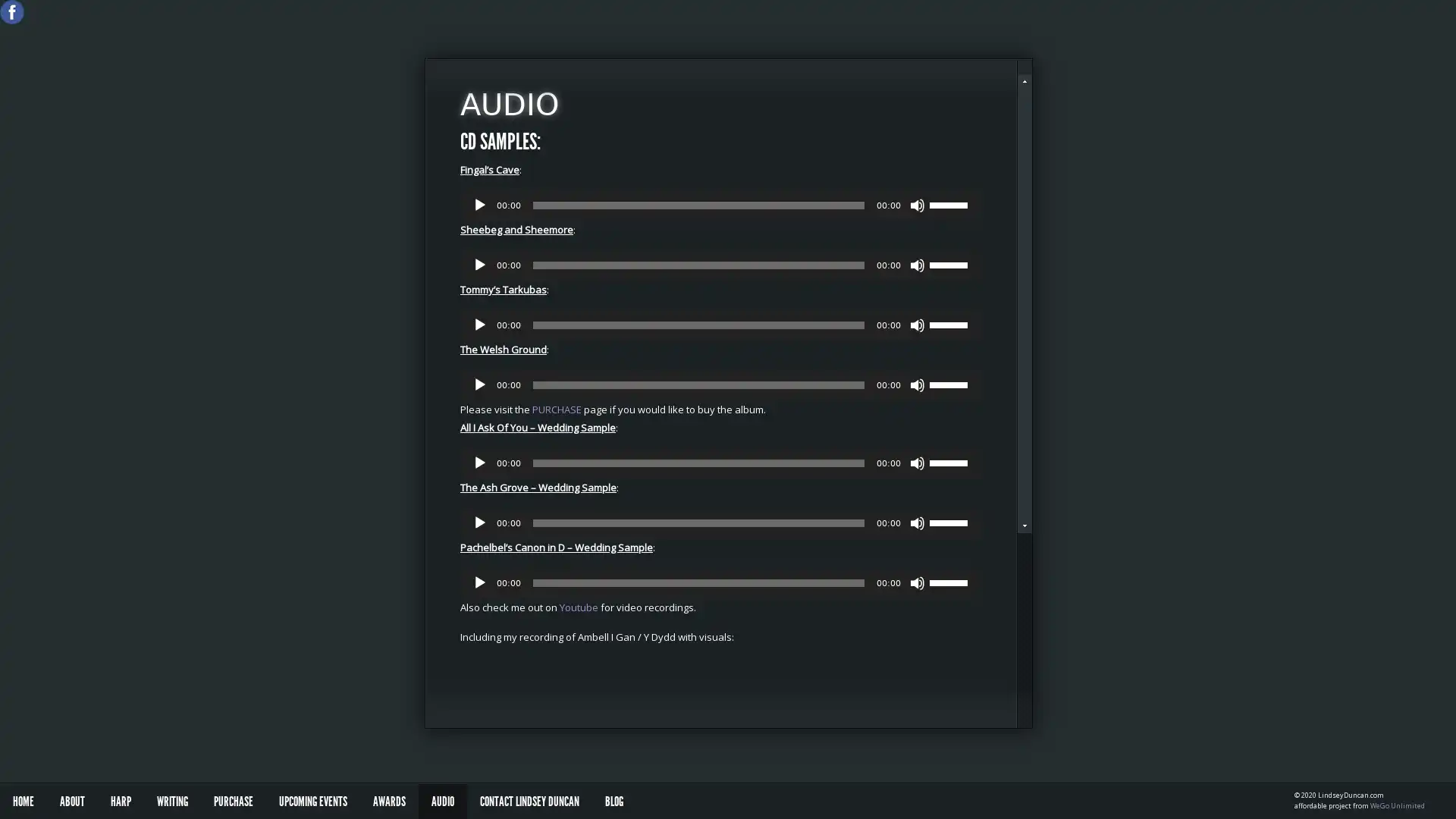  Describe the element at coordinates (479, 265) in the screenshot. I see `Play` at that location.